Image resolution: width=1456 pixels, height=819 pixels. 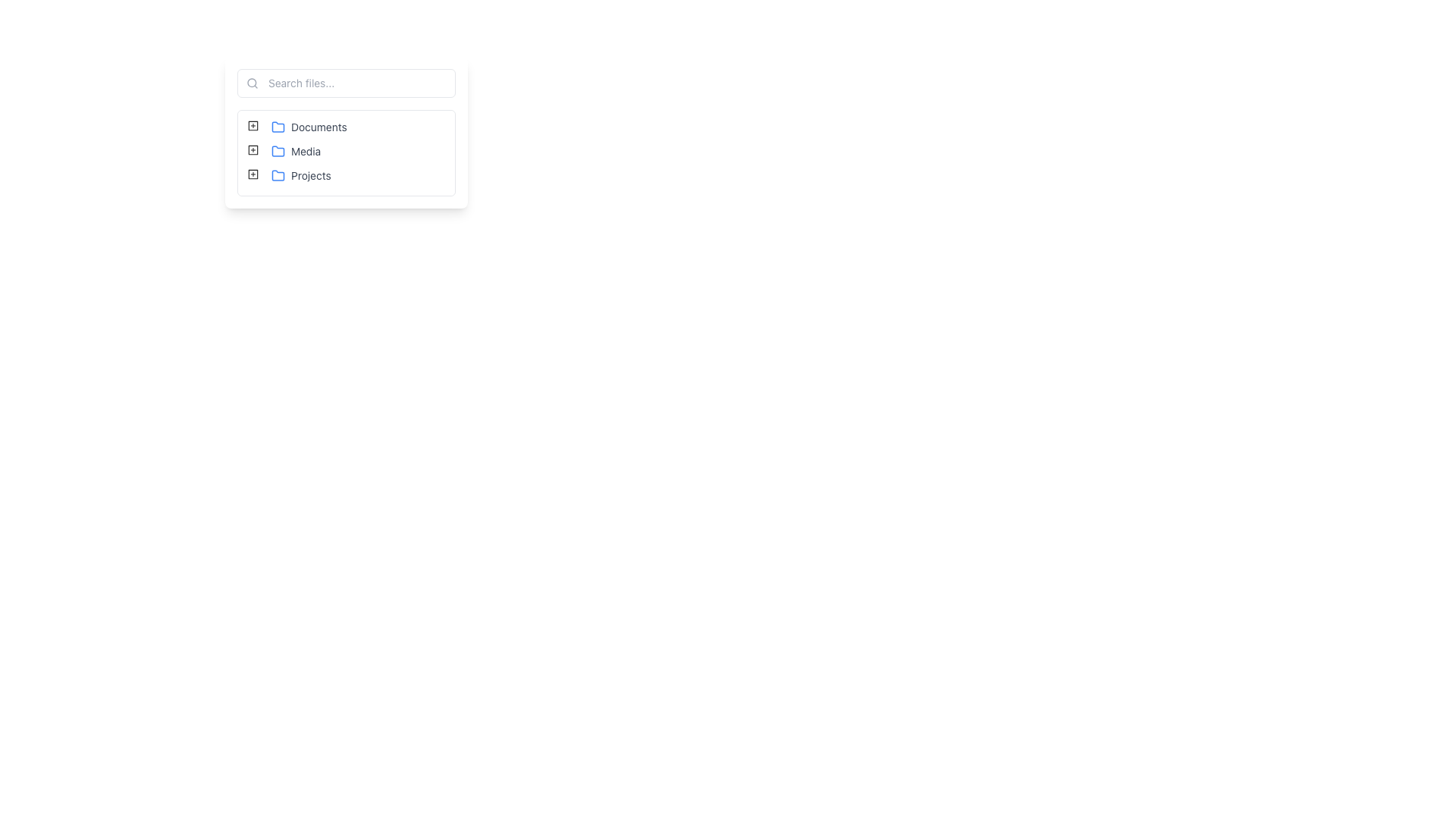 What do you see at coordinates (253, 152) in the screenshot?
I see `the Toggle button located to the left of the 'Media' label` at bounding box center [253, 152].